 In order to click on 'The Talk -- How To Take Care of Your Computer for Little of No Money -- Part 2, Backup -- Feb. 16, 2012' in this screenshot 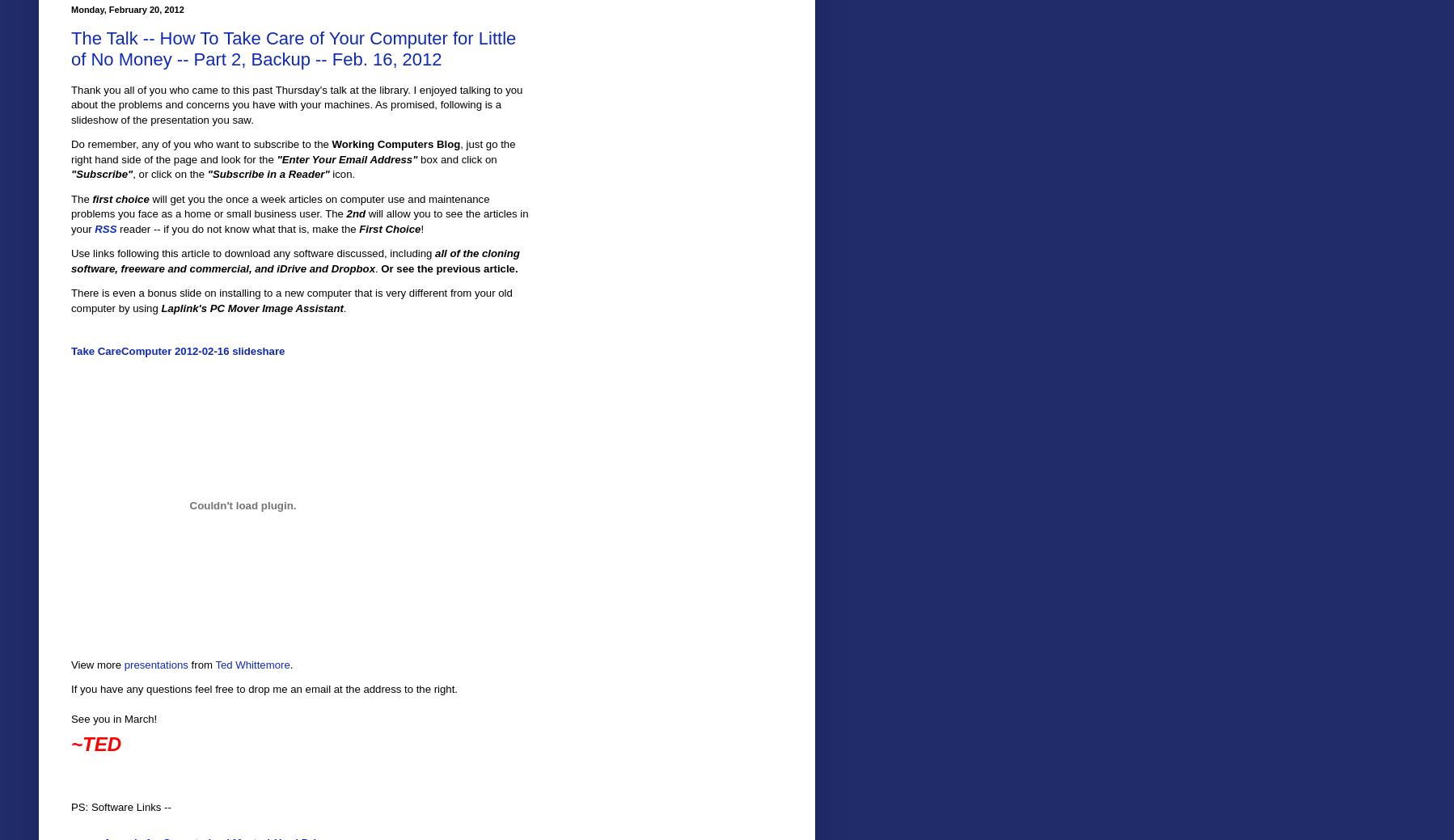, I will do `click(293, 47)`.